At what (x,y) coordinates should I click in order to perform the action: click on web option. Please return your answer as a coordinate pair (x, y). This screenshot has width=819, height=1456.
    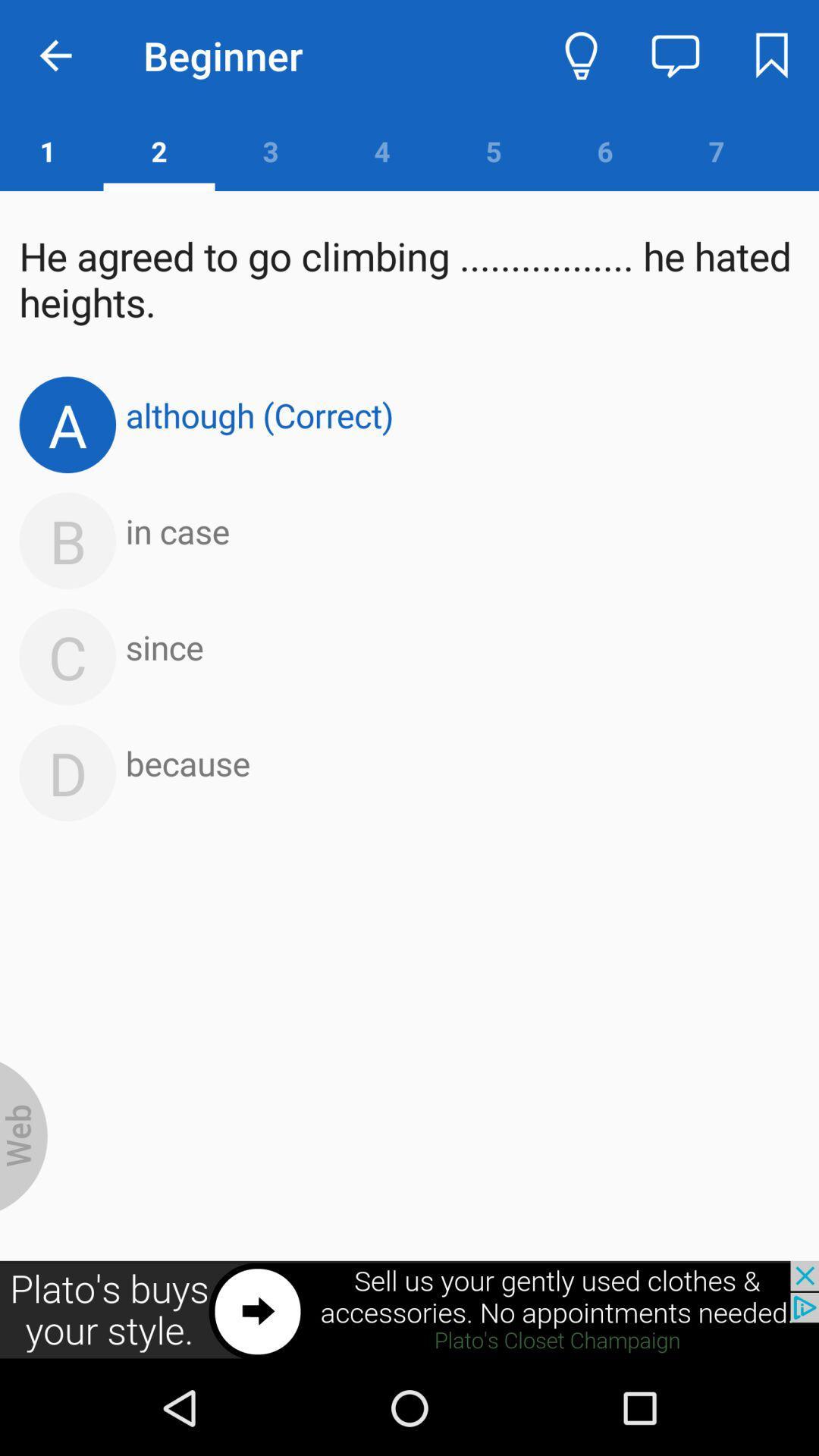
    Looking at the image, I should click on (24, 1136).